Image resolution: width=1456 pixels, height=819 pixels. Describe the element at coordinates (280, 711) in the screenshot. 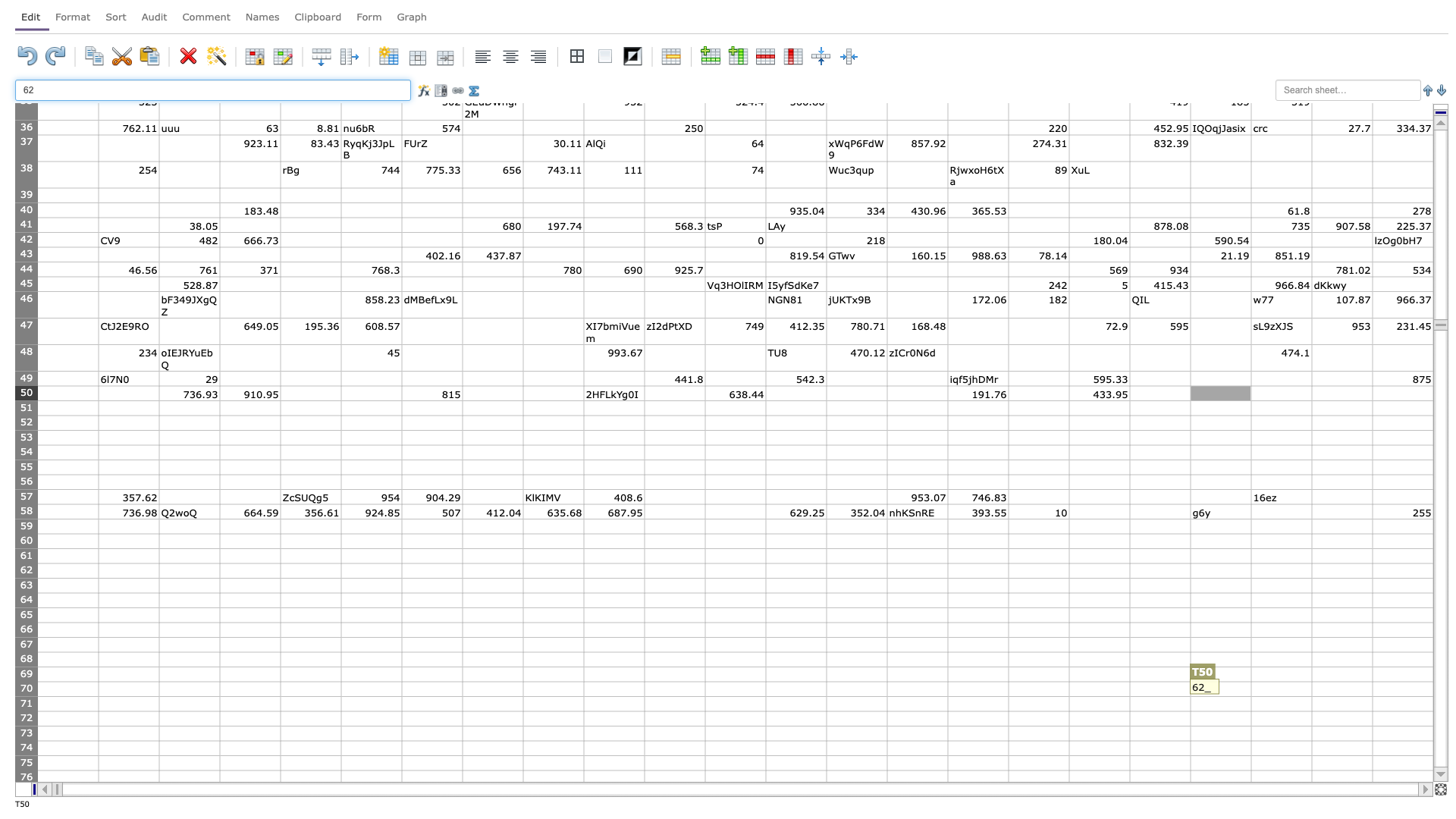

I see `fill handle of D71` at that location.